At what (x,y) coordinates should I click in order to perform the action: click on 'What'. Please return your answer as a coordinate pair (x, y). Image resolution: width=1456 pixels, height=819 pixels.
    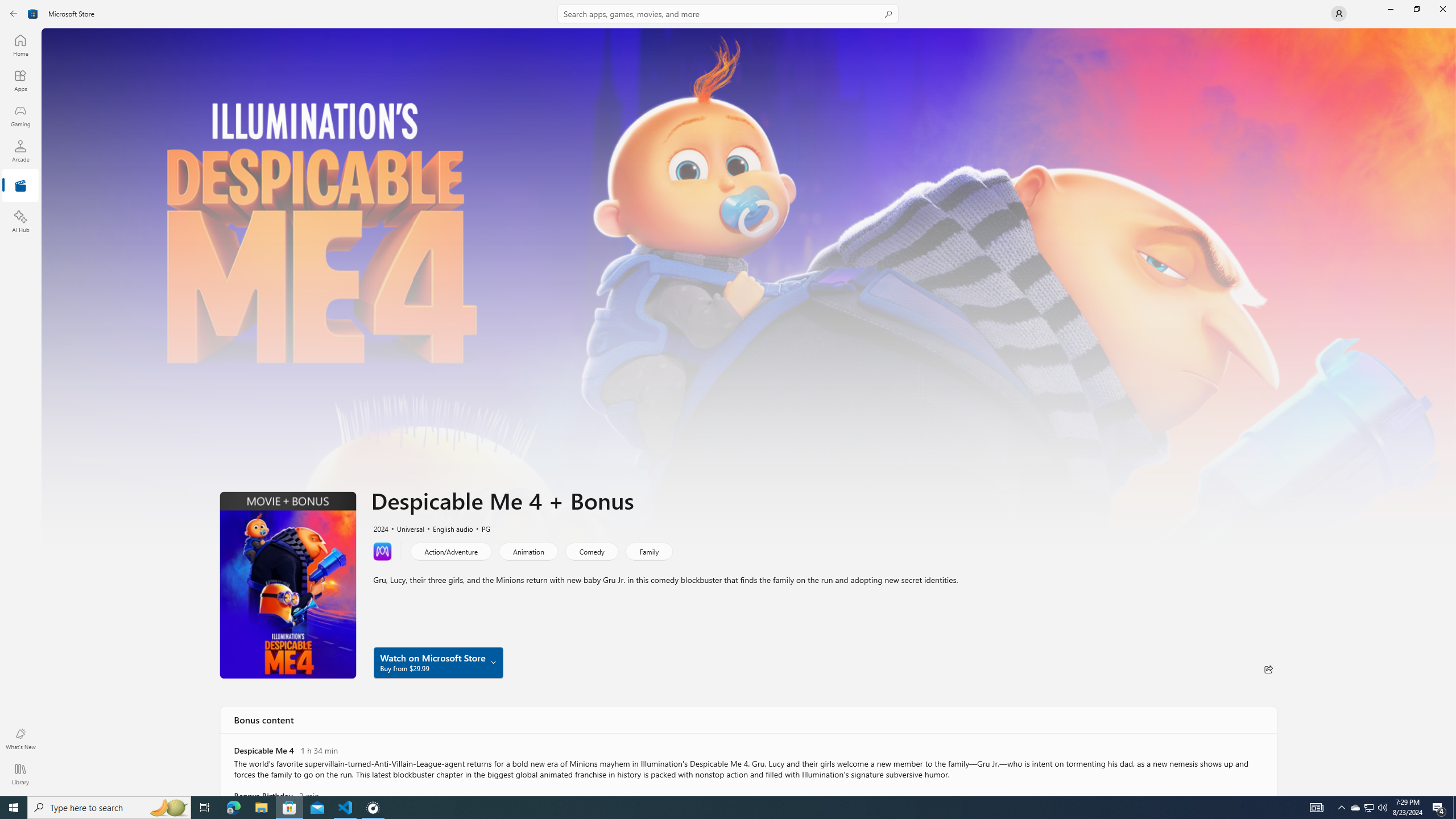
    Looking at the image, I should click on (19, 738).